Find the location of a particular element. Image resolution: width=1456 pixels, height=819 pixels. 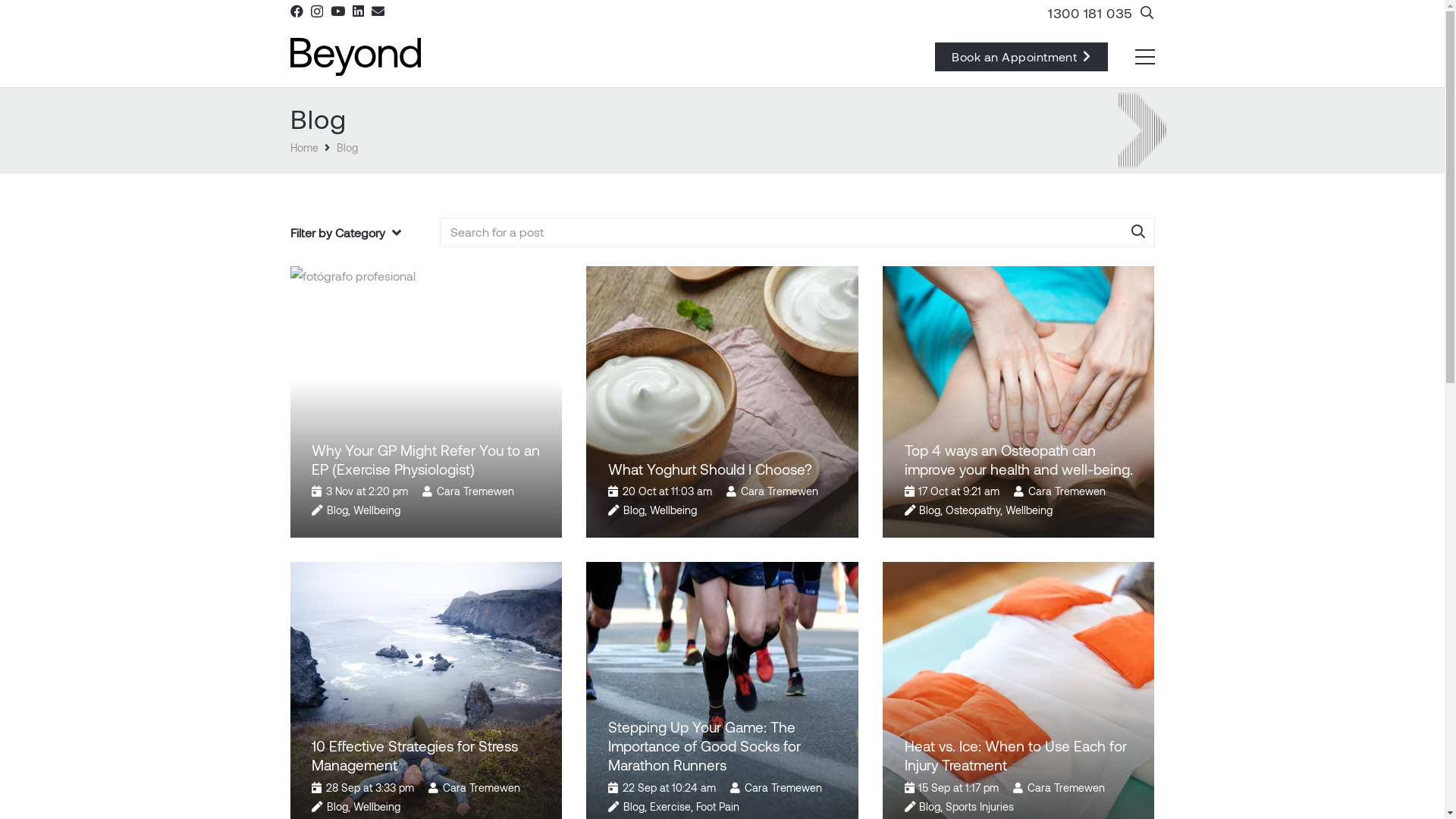

'Facebook' is located at coordinates (296, 11).